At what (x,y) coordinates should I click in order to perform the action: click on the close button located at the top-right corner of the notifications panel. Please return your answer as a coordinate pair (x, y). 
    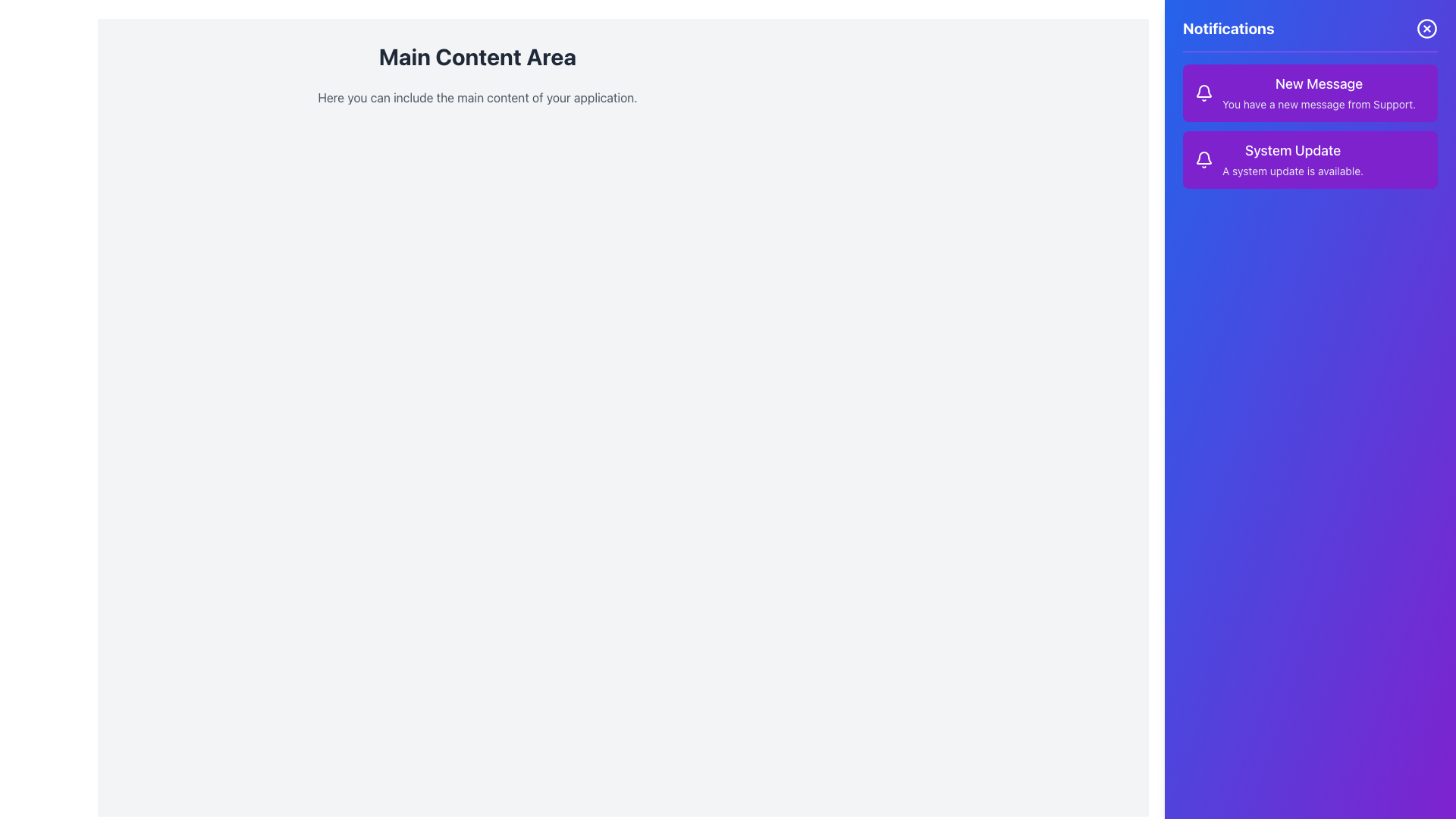
    Looking at the image, I should click on (1426, 29).